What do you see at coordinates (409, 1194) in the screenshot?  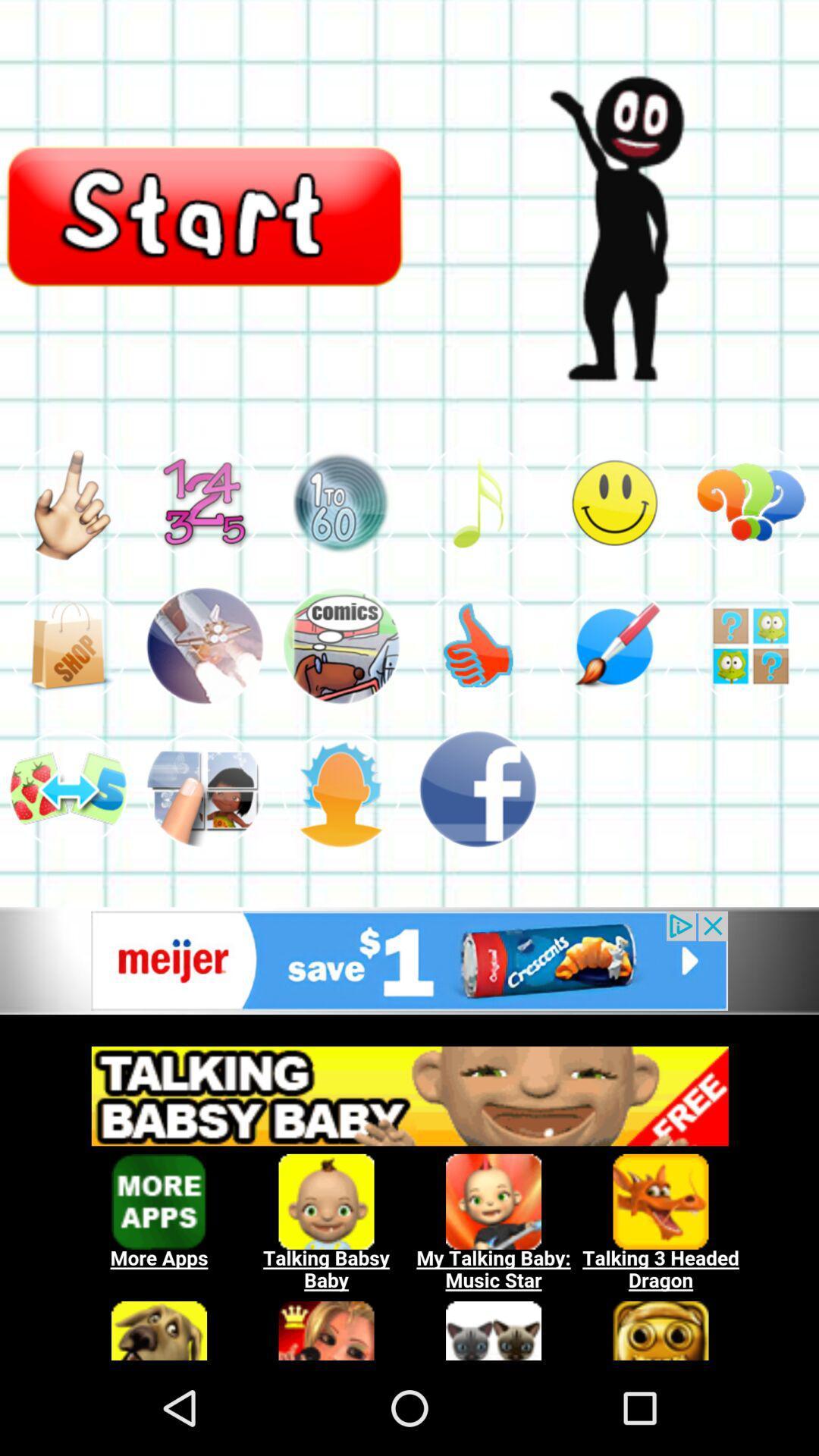 I see `adsense link` at bounding box center [409, 1194].